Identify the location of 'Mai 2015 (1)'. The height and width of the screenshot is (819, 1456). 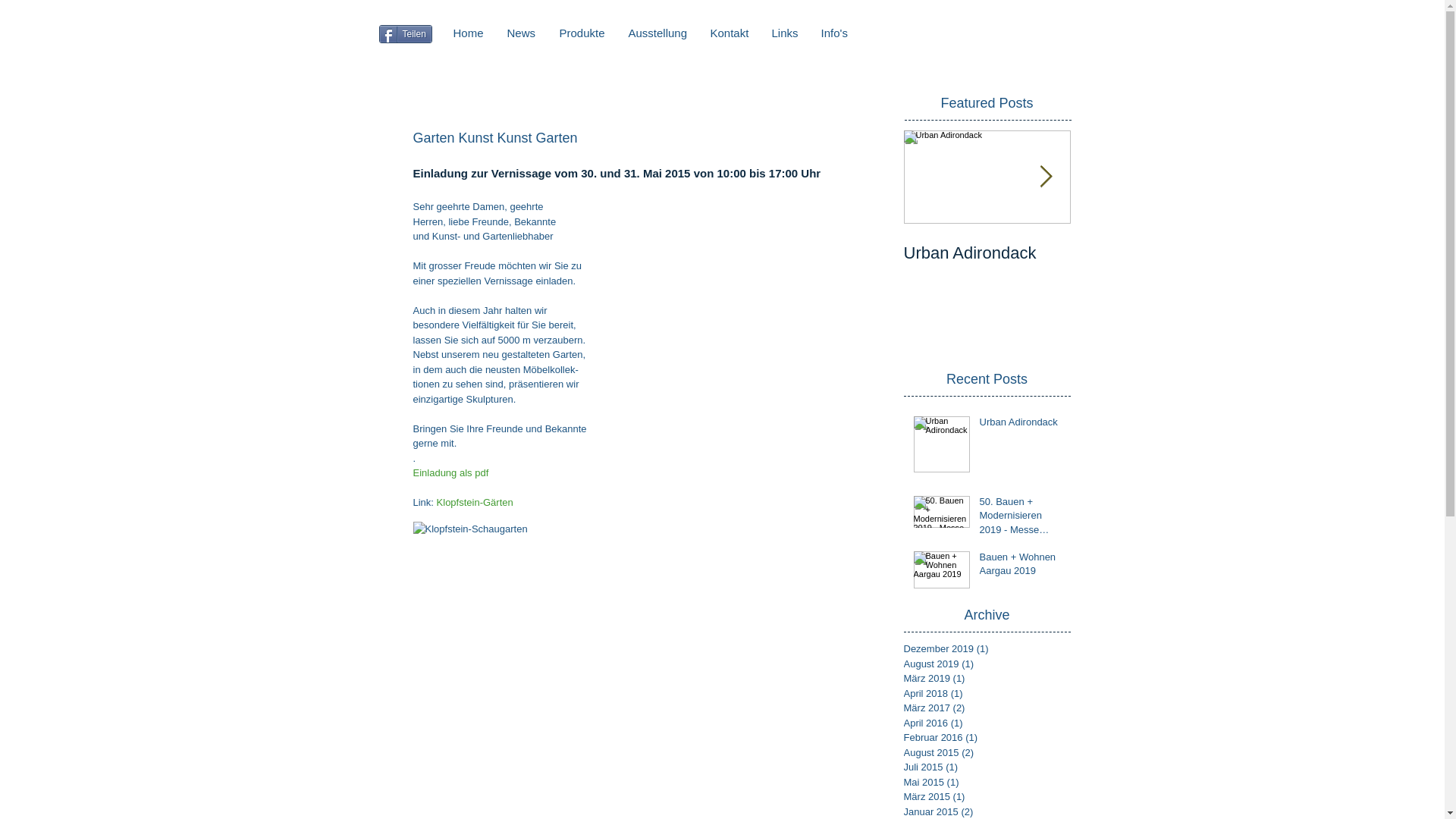
(903, 783).